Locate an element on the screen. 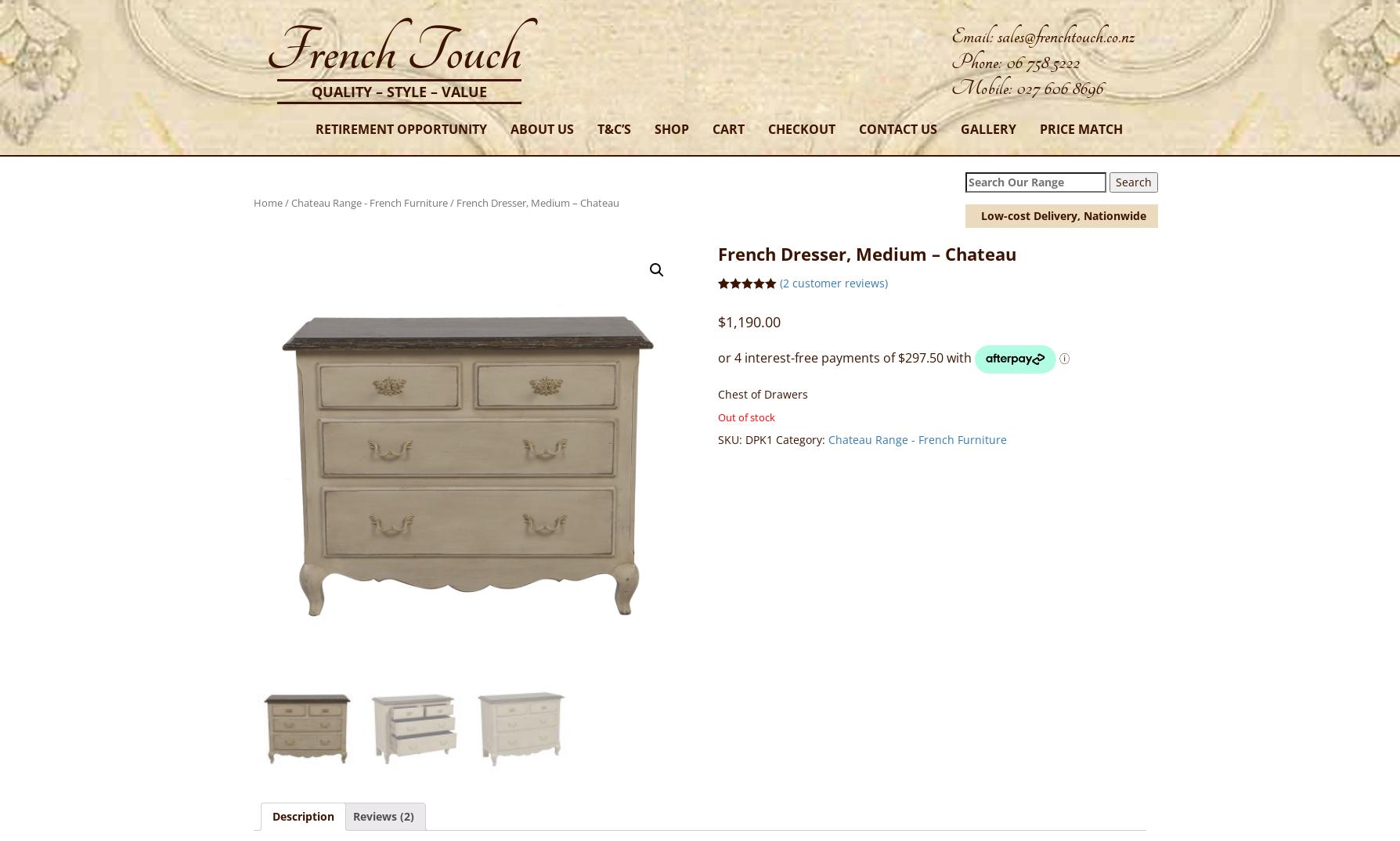 The height and width of the screenshot is (841, 1400). 'Low-cost Delivery, Nationwide' is located at coordinates (1063, 215).